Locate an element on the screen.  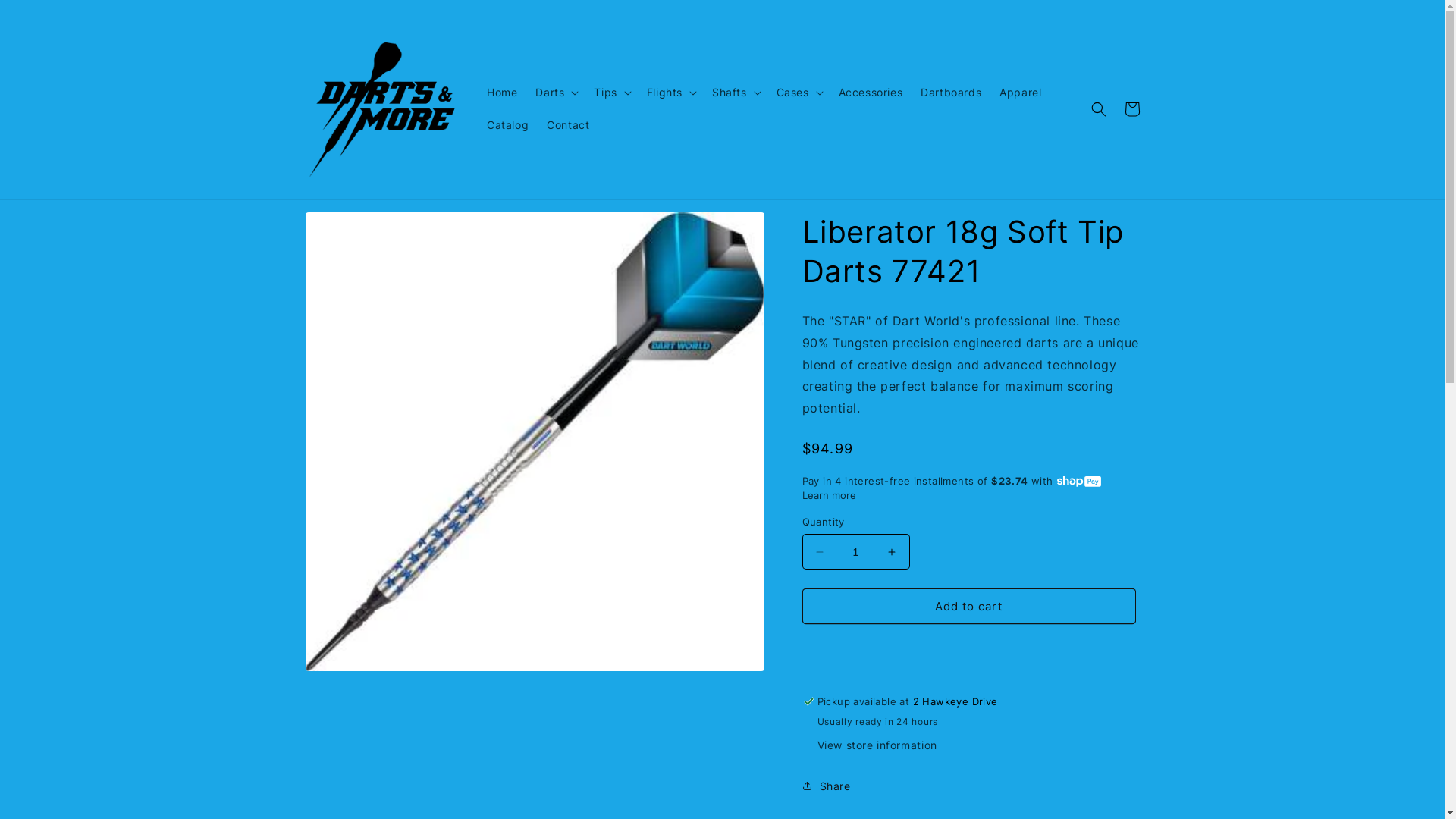
'Decrease quantity for Liberator 18g Soft Tip Darts 77421' is located at coordinates (801, 551).